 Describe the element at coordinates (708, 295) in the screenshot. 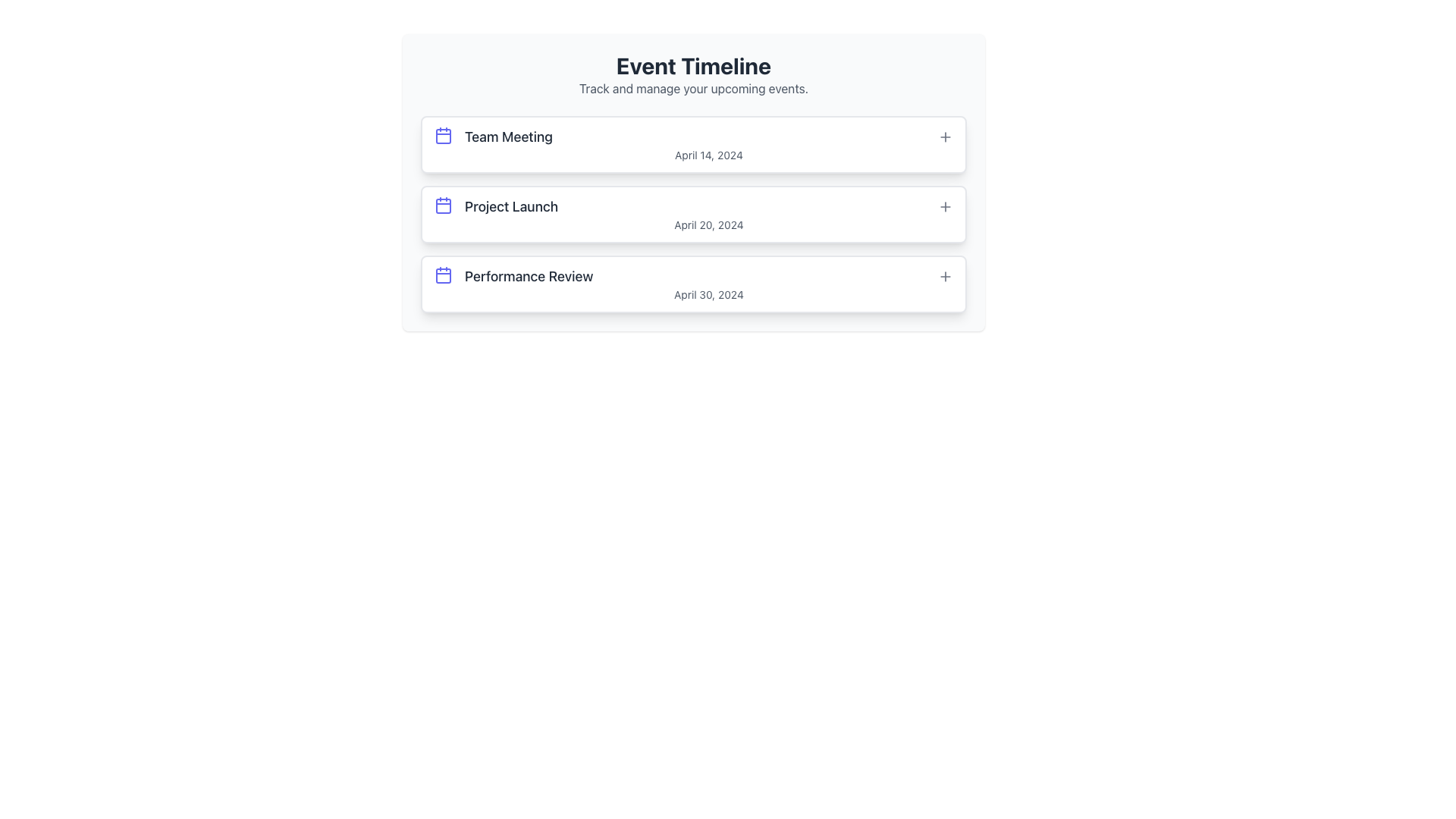

I see `the date display text label for the 'Performance Review' event located in the 'Event Timeline' list` at that location.